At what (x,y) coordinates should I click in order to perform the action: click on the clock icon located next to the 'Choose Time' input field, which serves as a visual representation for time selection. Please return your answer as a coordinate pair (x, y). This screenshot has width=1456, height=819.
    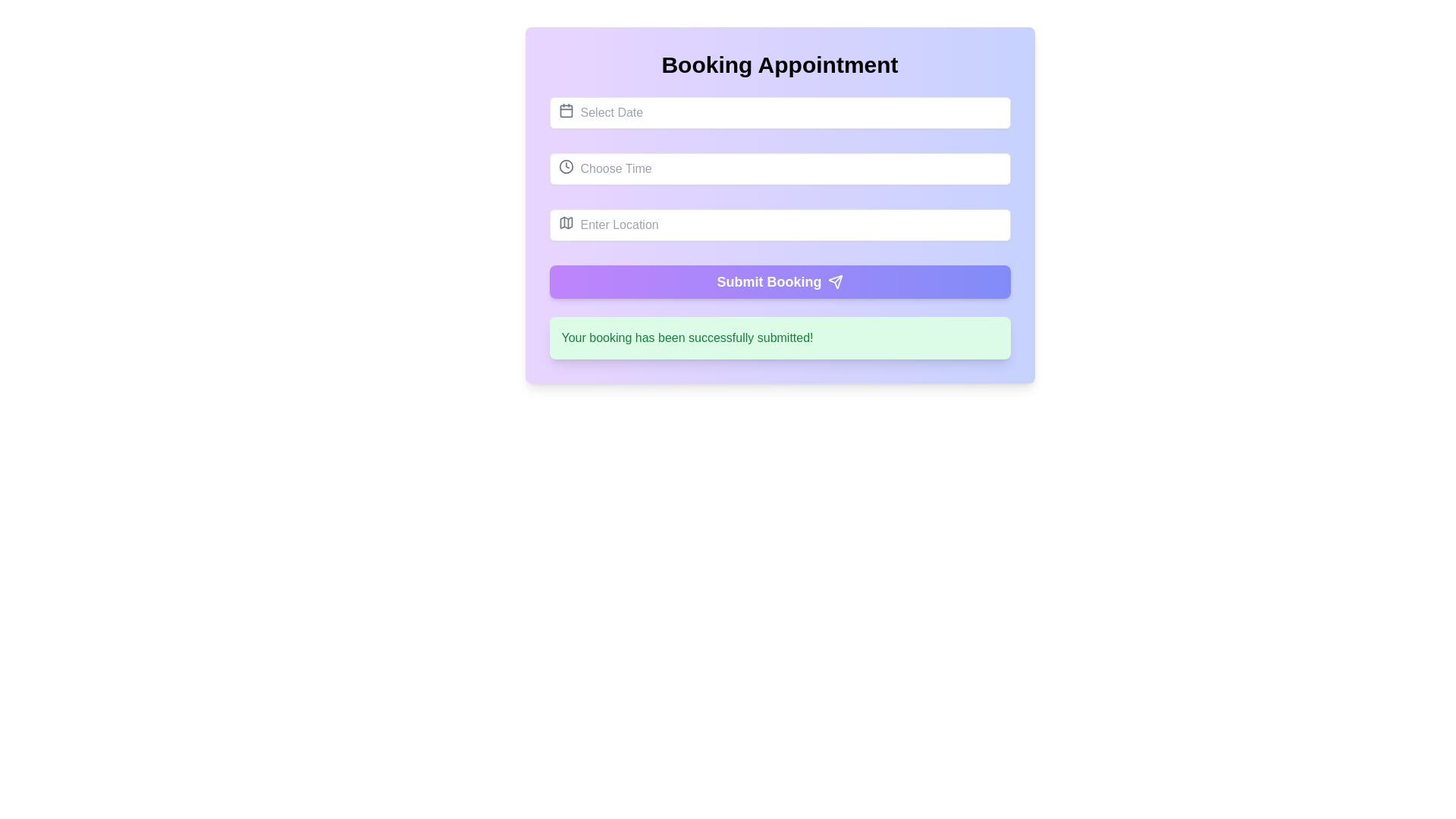
    Looking at the image, I should click on (565, 166).